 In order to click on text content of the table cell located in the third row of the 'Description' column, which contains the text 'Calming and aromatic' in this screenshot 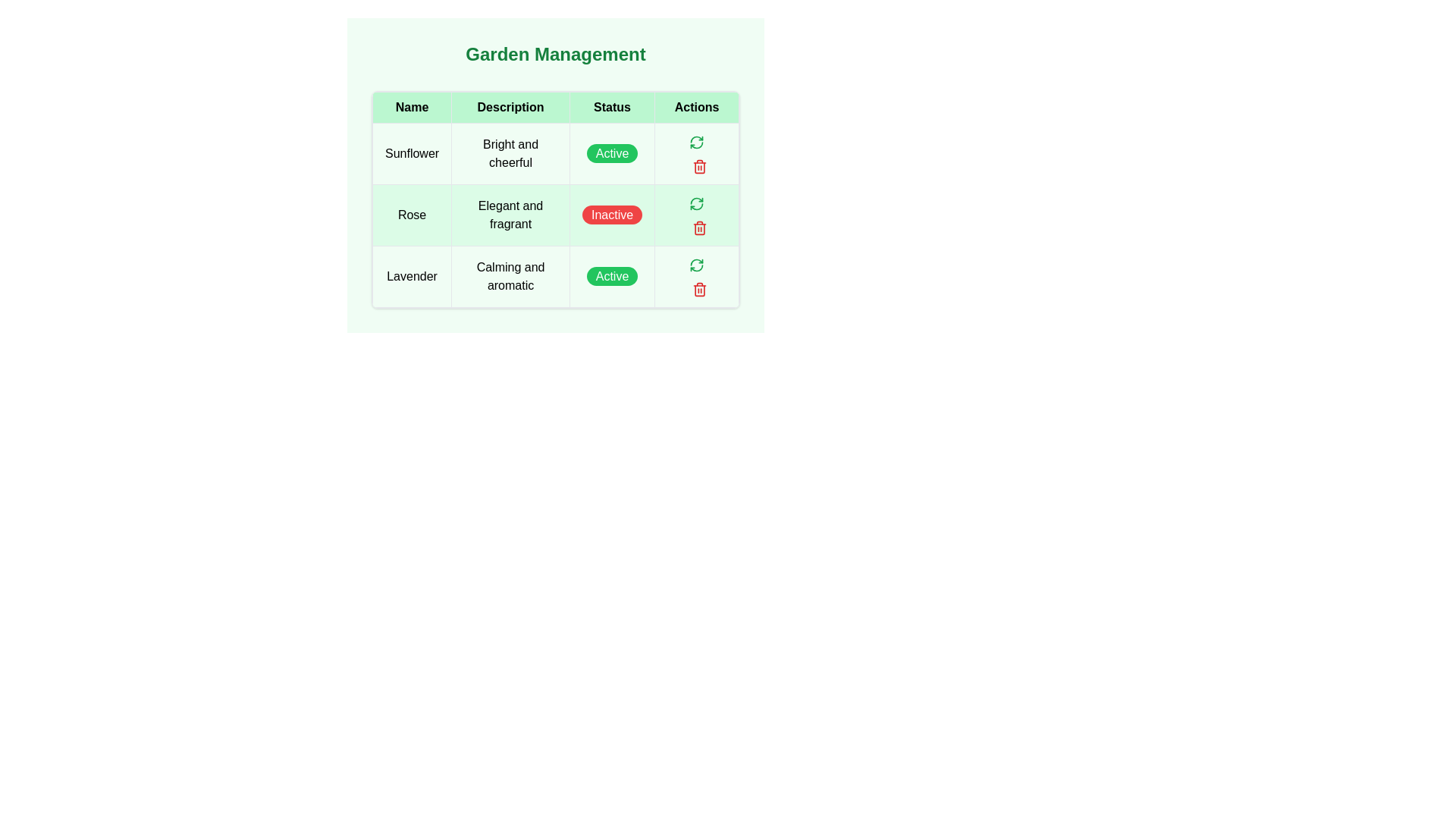, I will do `click(510, 277)`.